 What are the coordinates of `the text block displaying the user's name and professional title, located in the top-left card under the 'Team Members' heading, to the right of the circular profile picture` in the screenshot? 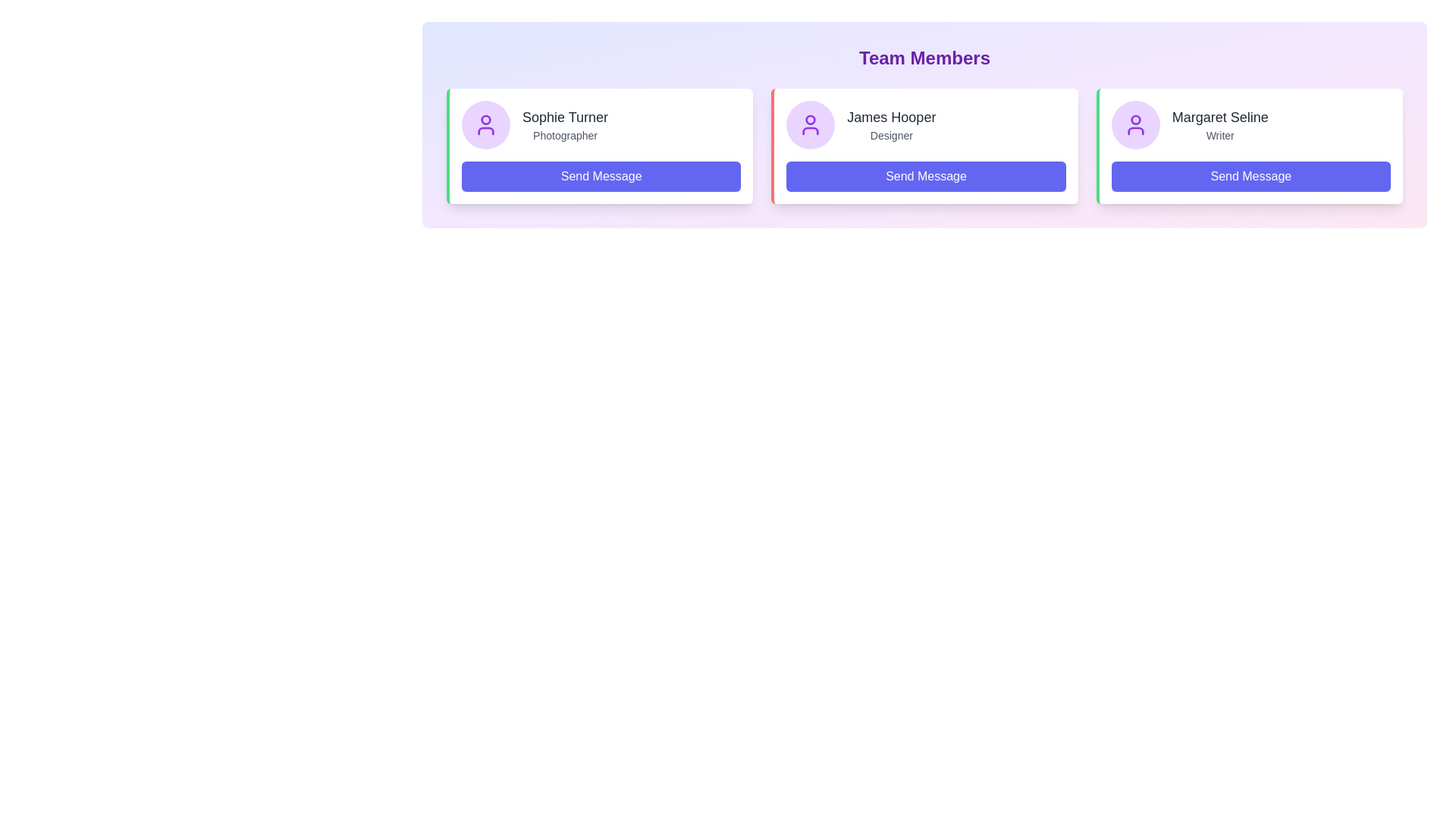 It's located at (564, 124).